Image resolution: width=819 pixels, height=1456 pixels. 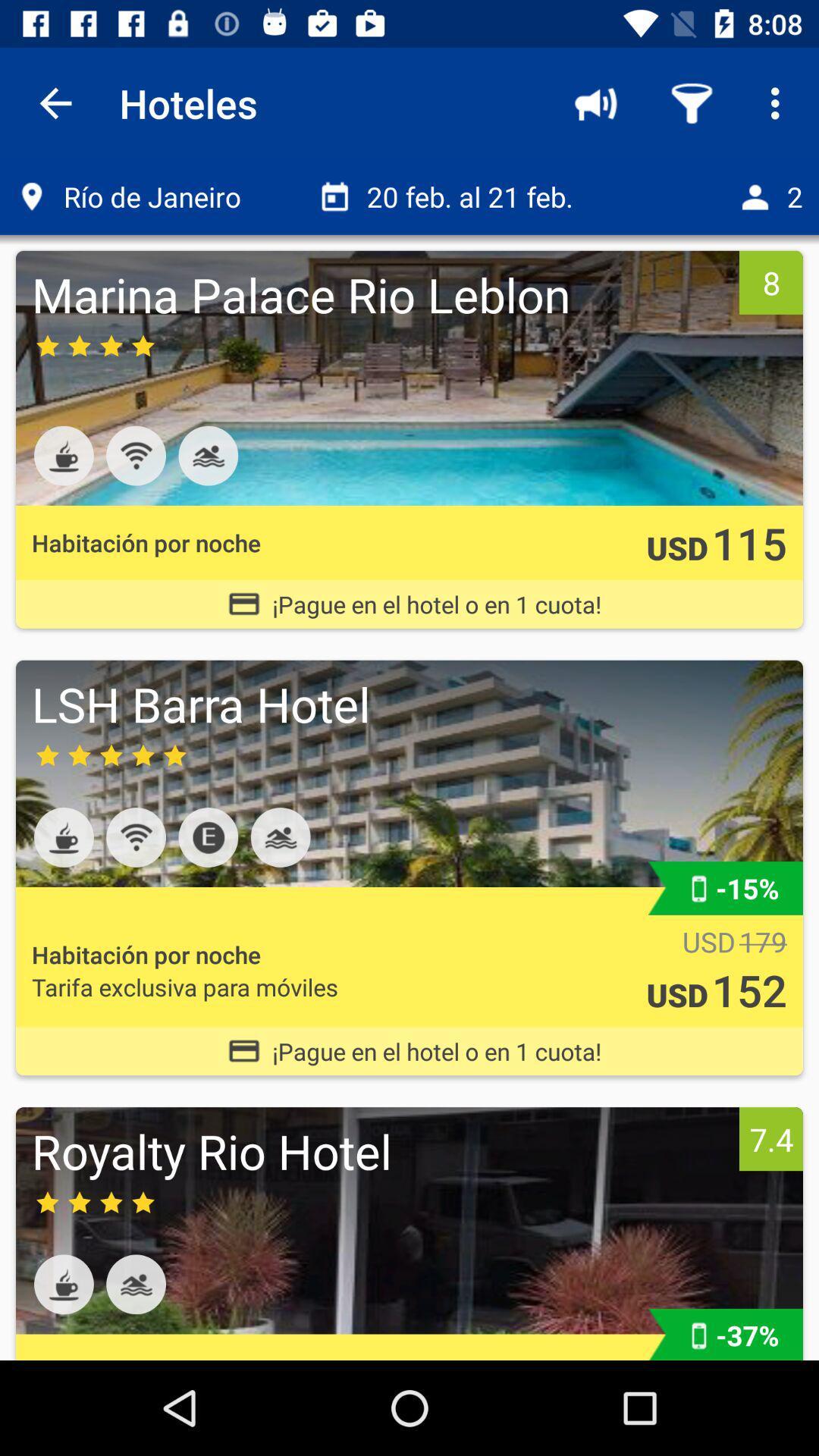 What do you see at coordinates (746, 888) in the screenshot?
I see `-15% icon` at bounding box center [746, 888].